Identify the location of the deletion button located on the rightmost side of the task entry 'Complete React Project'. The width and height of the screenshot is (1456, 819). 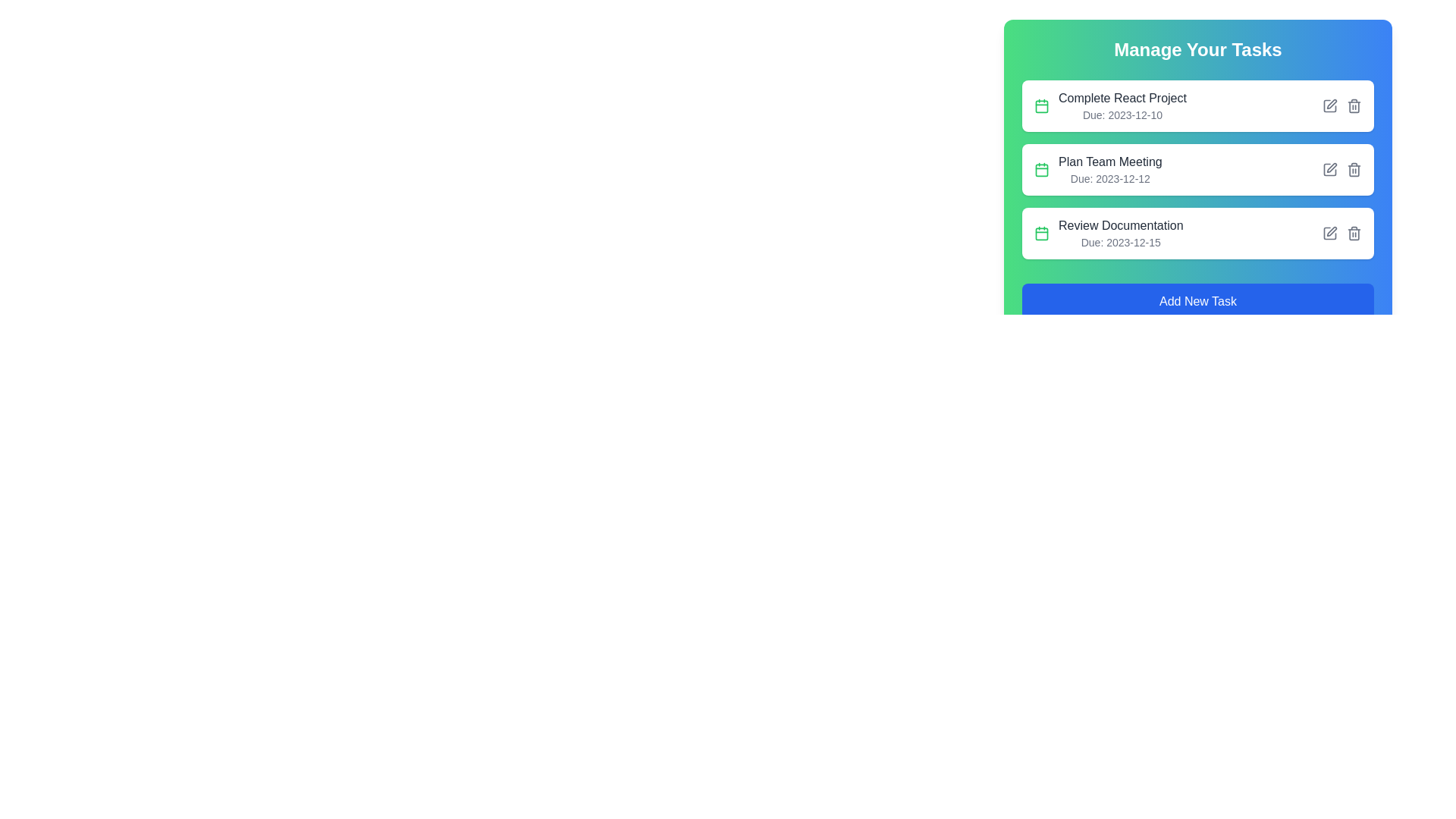
(1354, 105).